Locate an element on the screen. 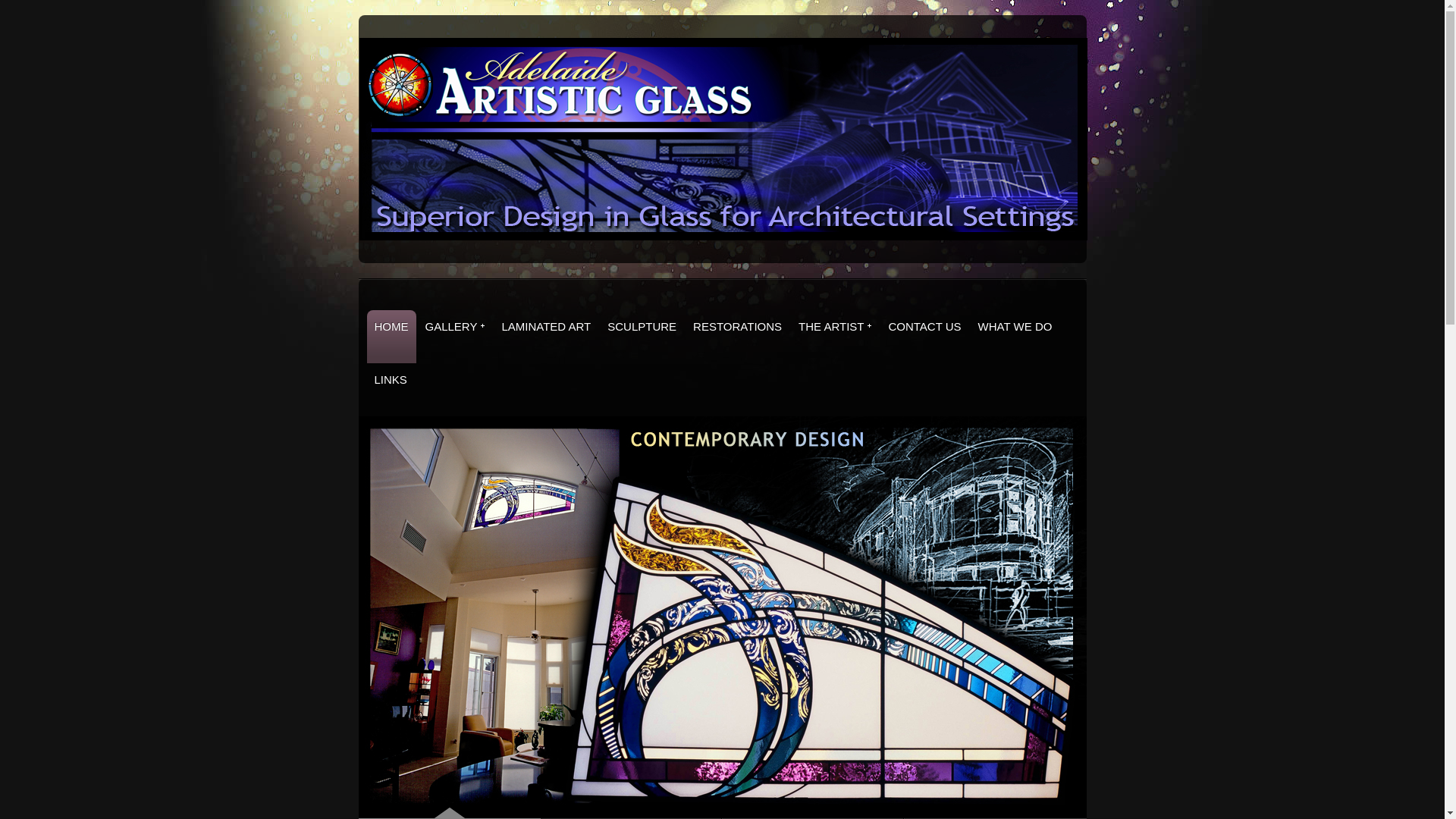 This screenshot has width=1456, height=819. 'LAMINATED ART' is located at coordinates (546, 335).